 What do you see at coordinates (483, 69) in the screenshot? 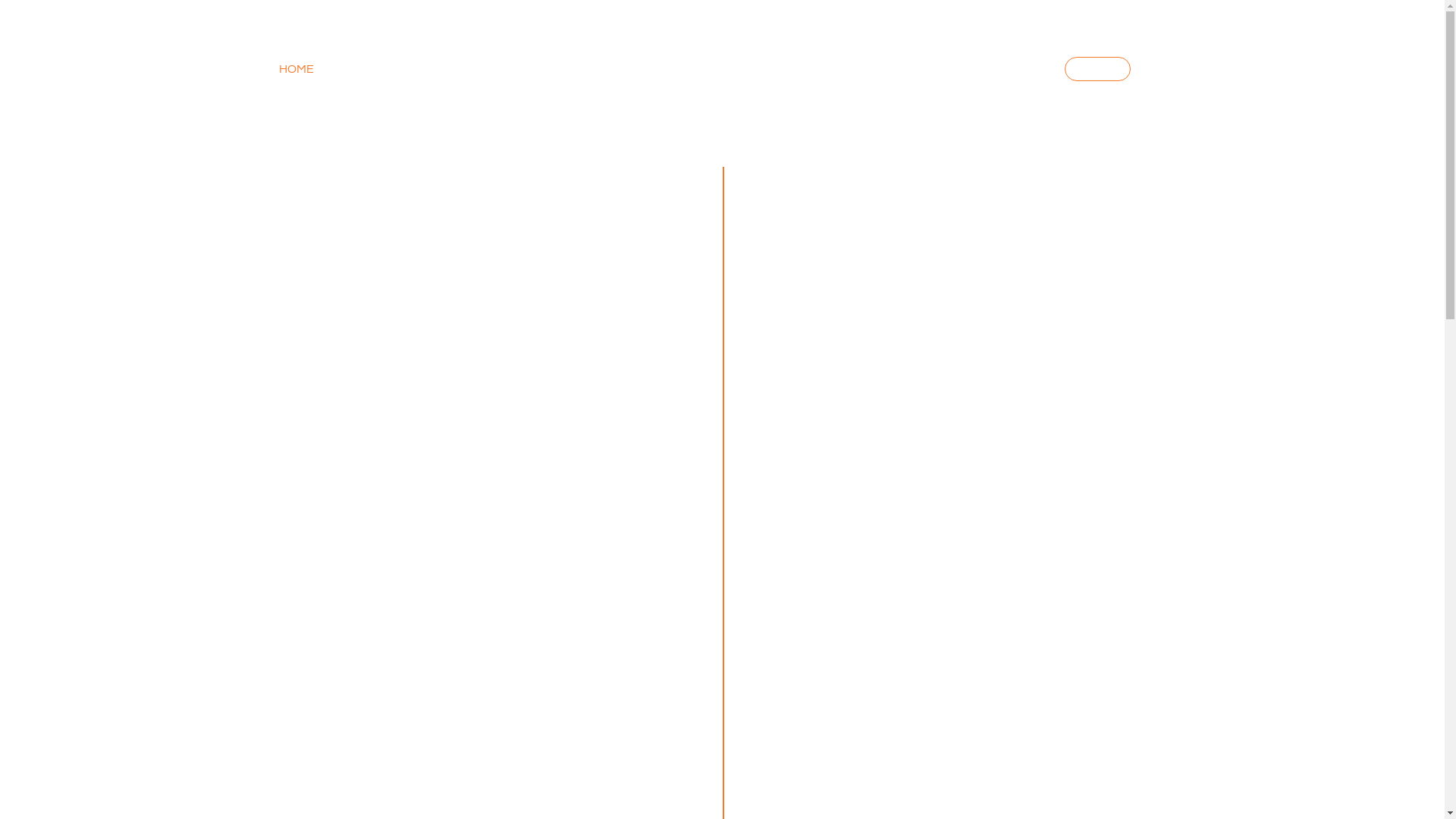
I see `'OVER ONS'` at bounding box center [483, 69].